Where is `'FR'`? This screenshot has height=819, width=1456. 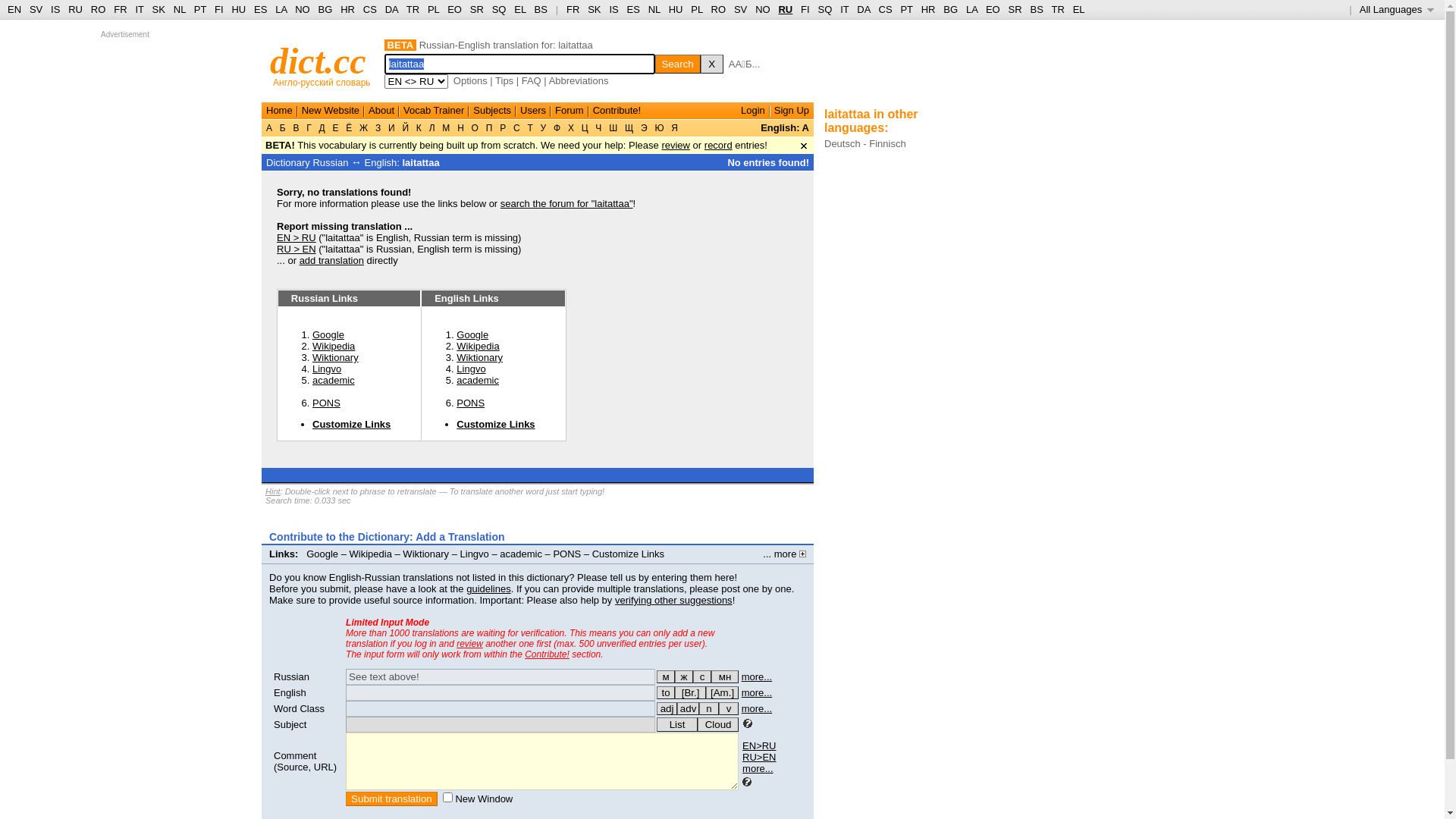
'FR' is located at coordinates (112, 9).